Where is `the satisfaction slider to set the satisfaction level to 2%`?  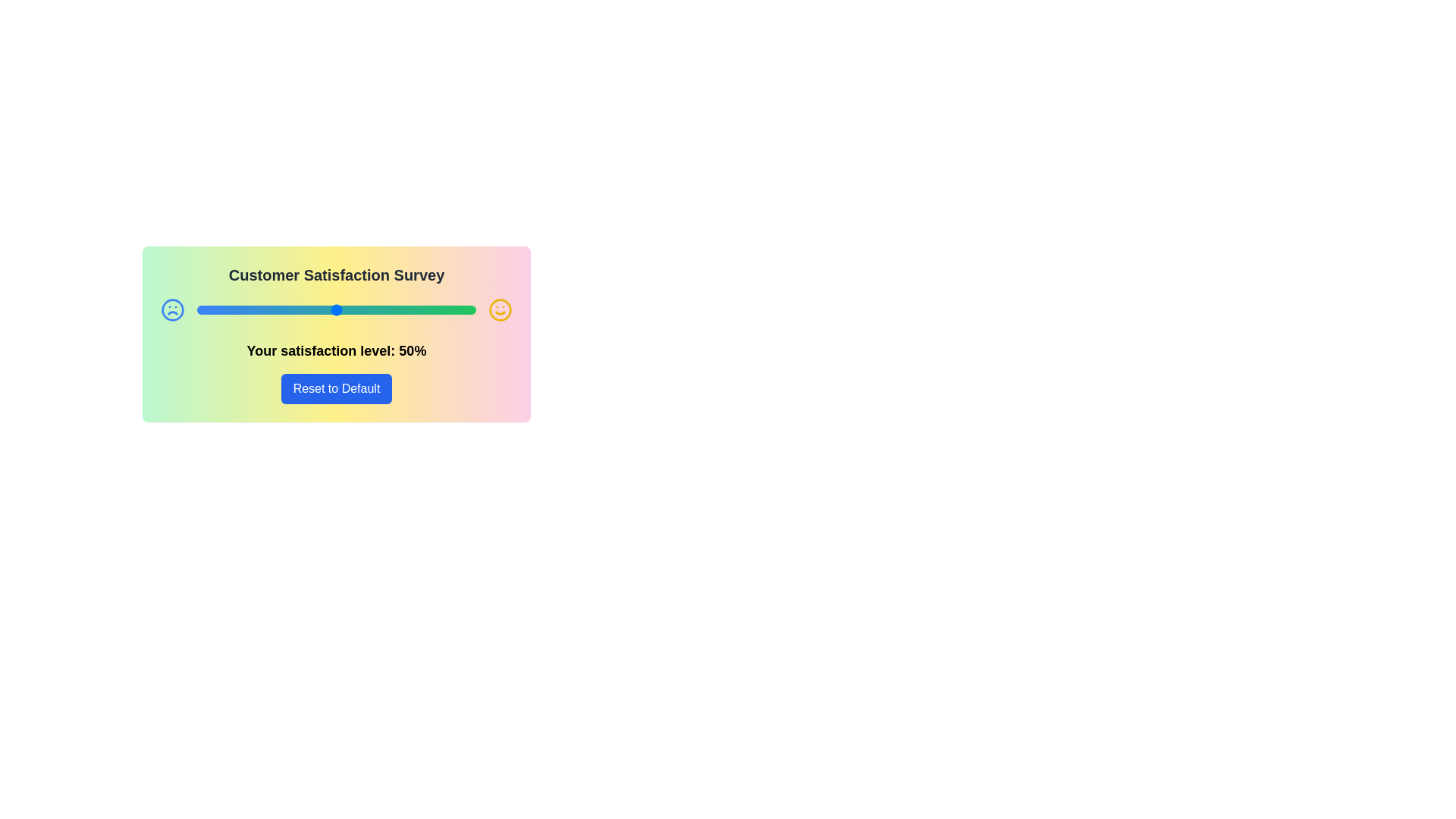 the satisfaction slider to set the satisfaction level to 2% is located at coordinates (202, 309).